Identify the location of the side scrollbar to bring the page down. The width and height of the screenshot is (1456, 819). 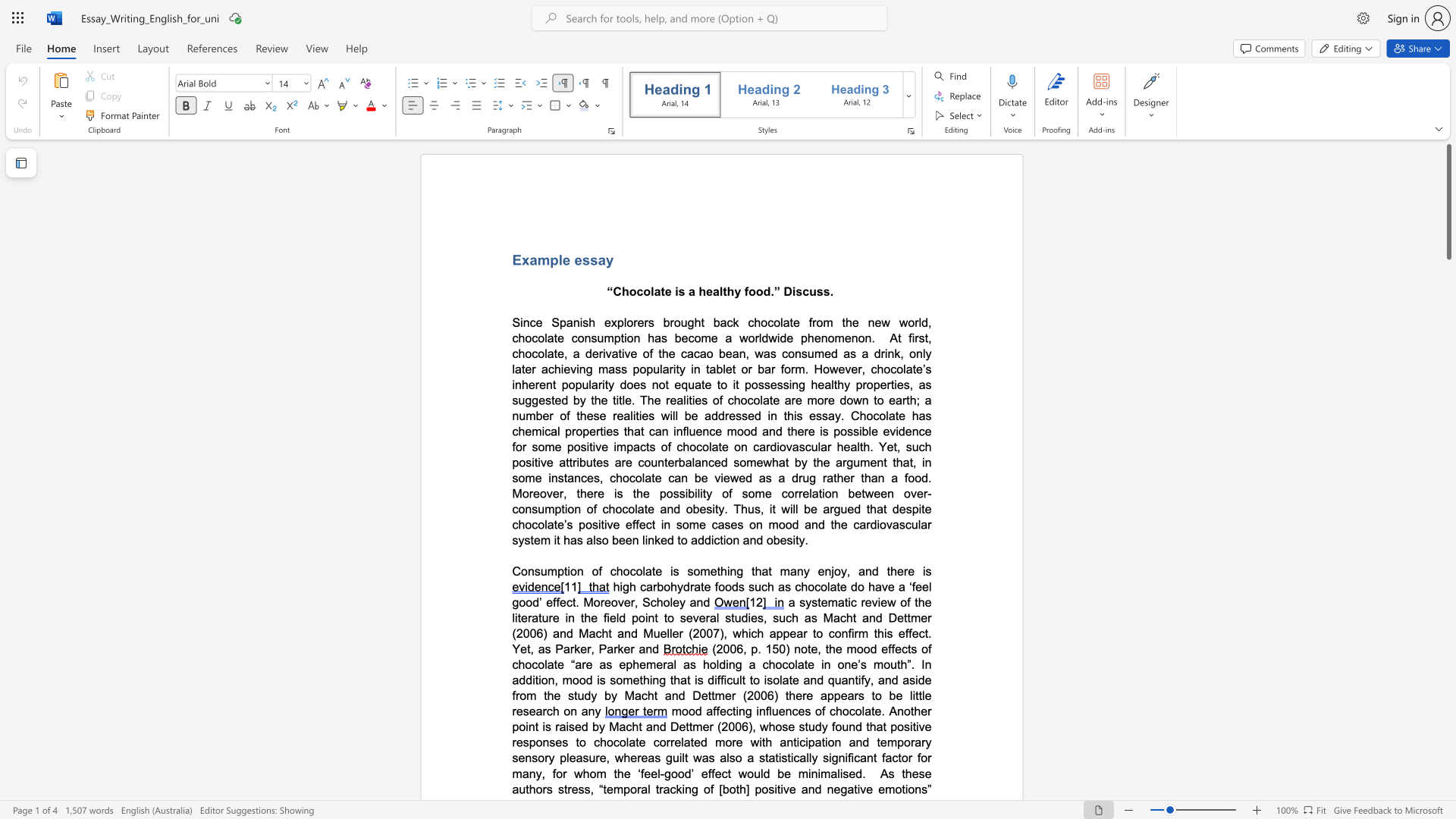
(1448, 500).